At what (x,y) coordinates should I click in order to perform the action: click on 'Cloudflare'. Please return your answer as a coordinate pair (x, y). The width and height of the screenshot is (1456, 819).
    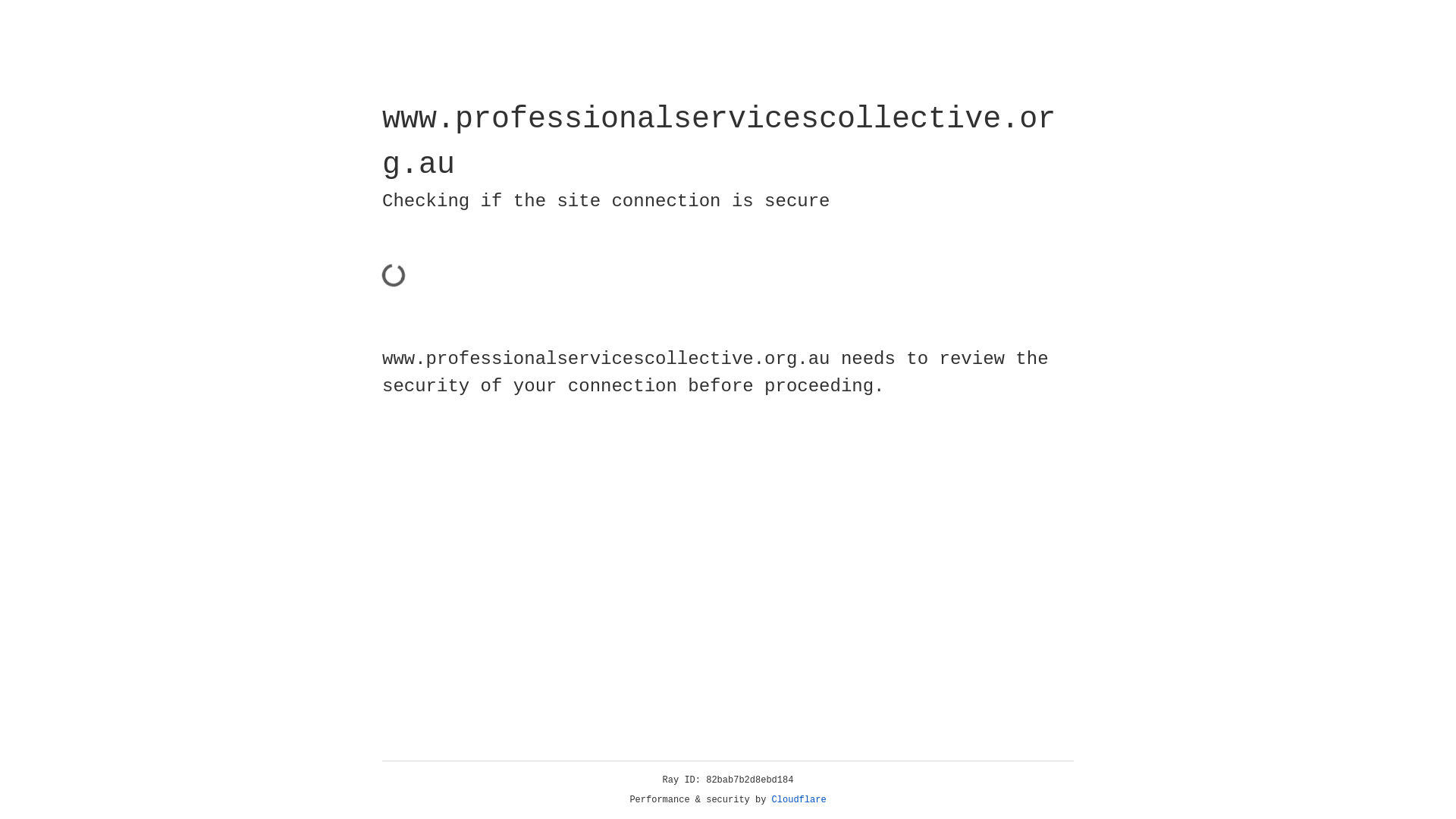
    Looking at the image, I should click on (799, 799).